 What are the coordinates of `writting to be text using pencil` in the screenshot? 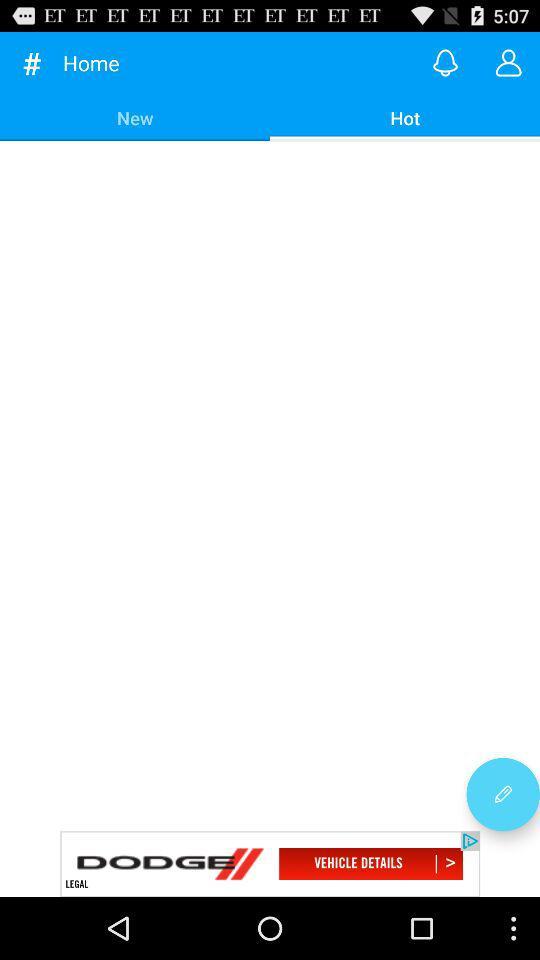 It's located at (502, 794).